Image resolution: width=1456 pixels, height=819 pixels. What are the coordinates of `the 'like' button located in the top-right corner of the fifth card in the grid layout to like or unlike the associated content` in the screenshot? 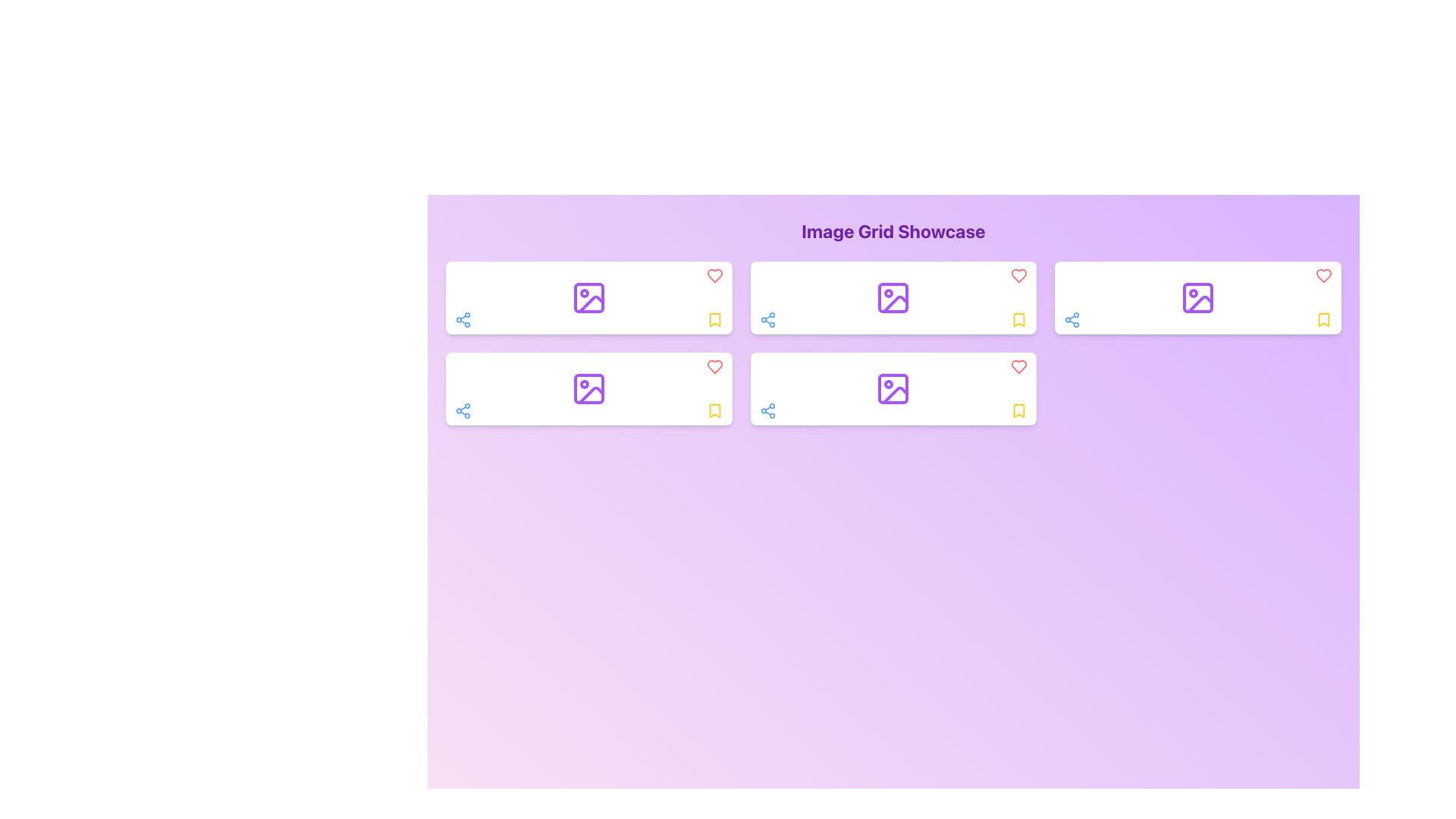 It's located at (1323, 275).